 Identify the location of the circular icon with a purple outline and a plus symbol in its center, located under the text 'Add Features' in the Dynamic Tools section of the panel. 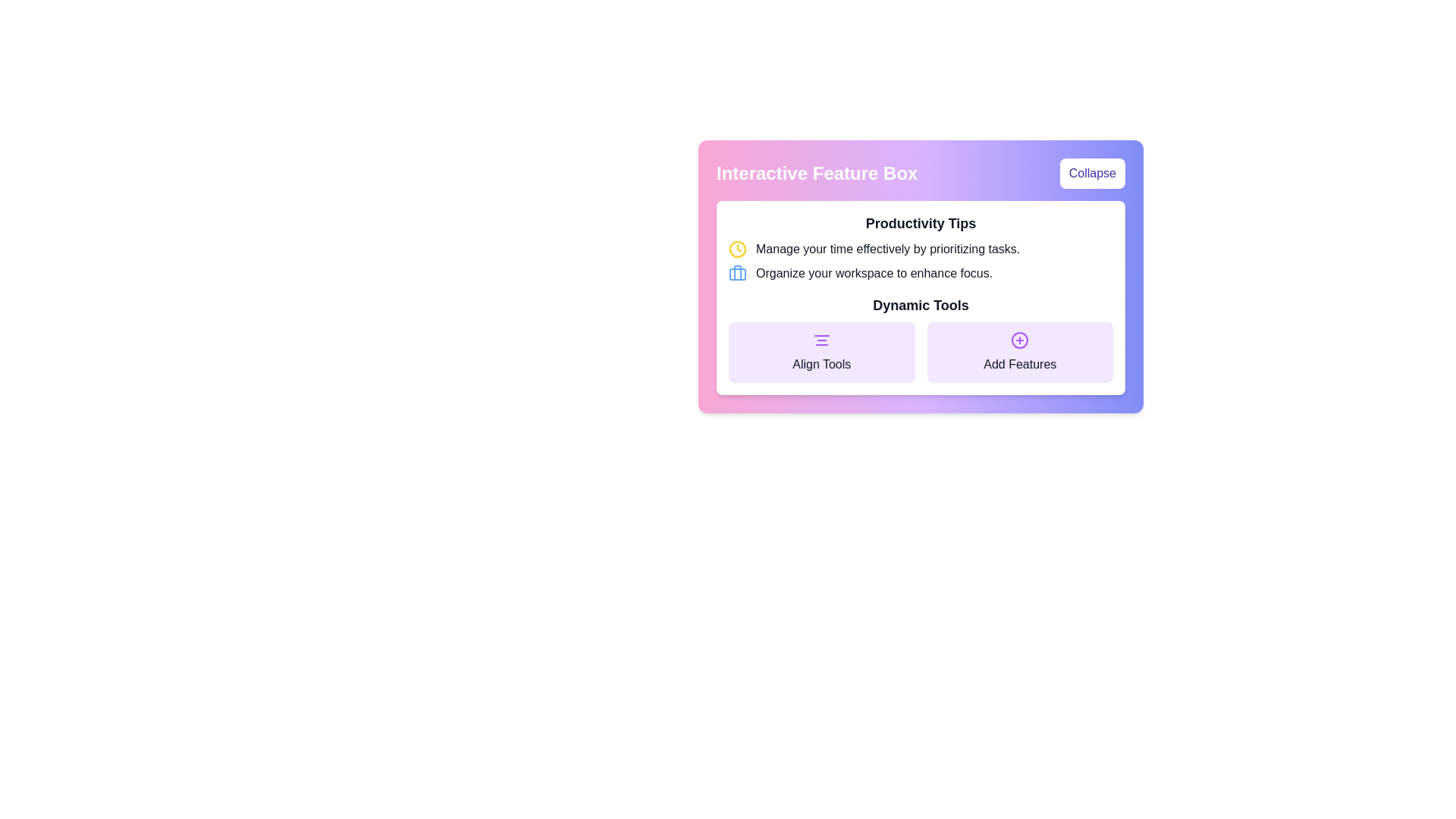
(1020, 339).